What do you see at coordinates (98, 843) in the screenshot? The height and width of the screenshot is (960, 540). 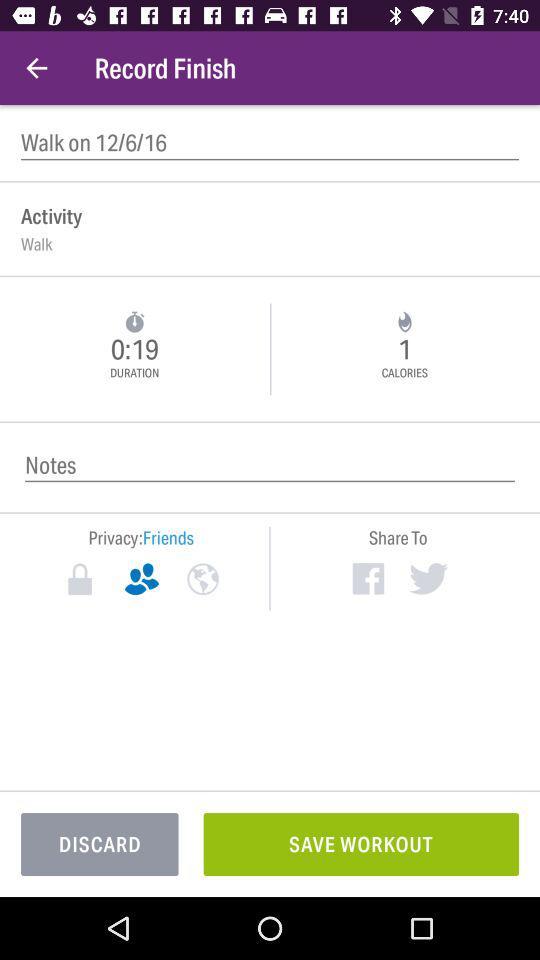 I see `the item to the left of the save workout item` at bounding box center [98, 843].